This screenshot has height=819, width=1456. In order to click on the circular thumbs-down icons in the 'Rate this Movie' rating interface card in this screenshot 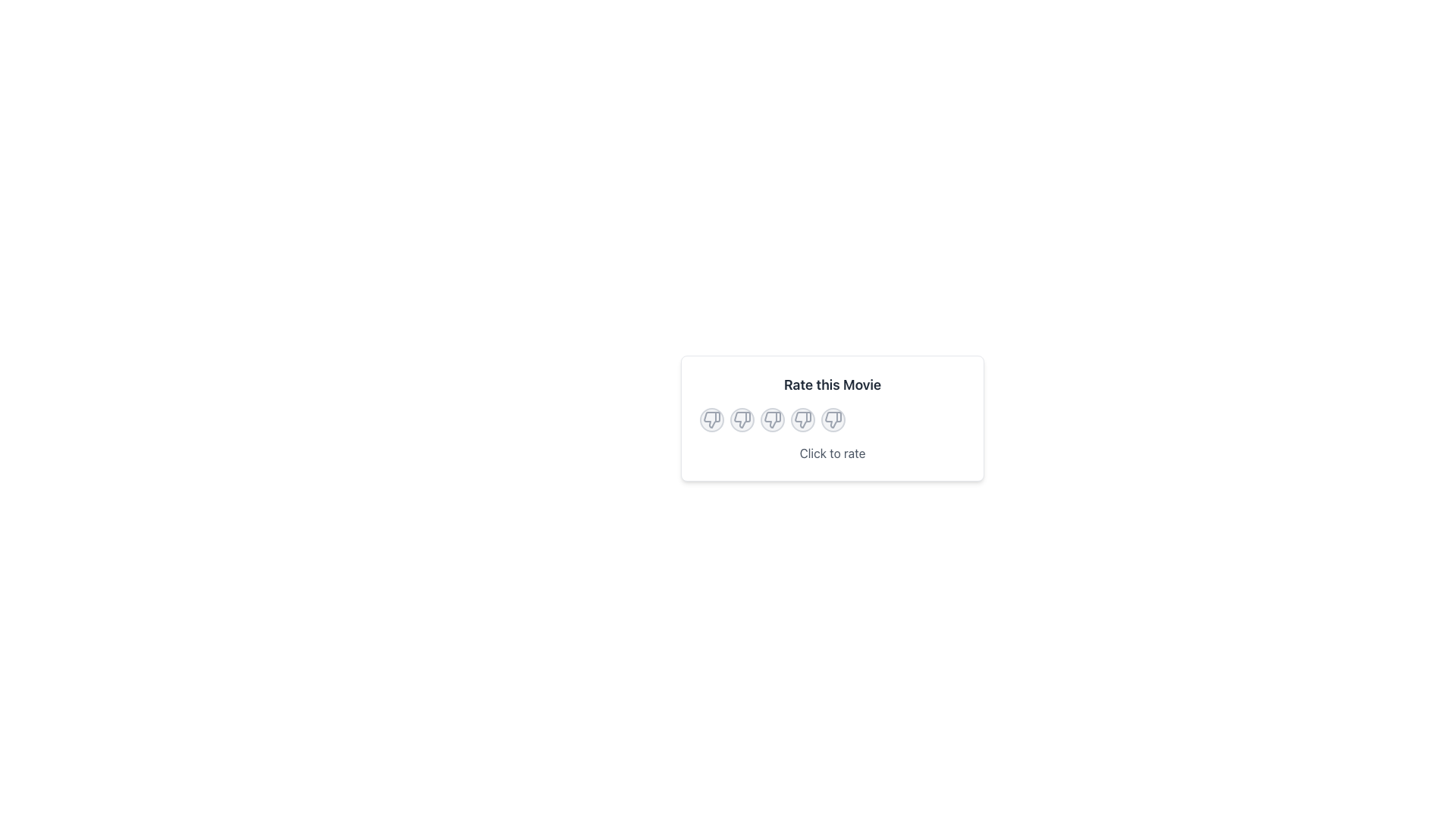, I will do `click(832, 418)`.